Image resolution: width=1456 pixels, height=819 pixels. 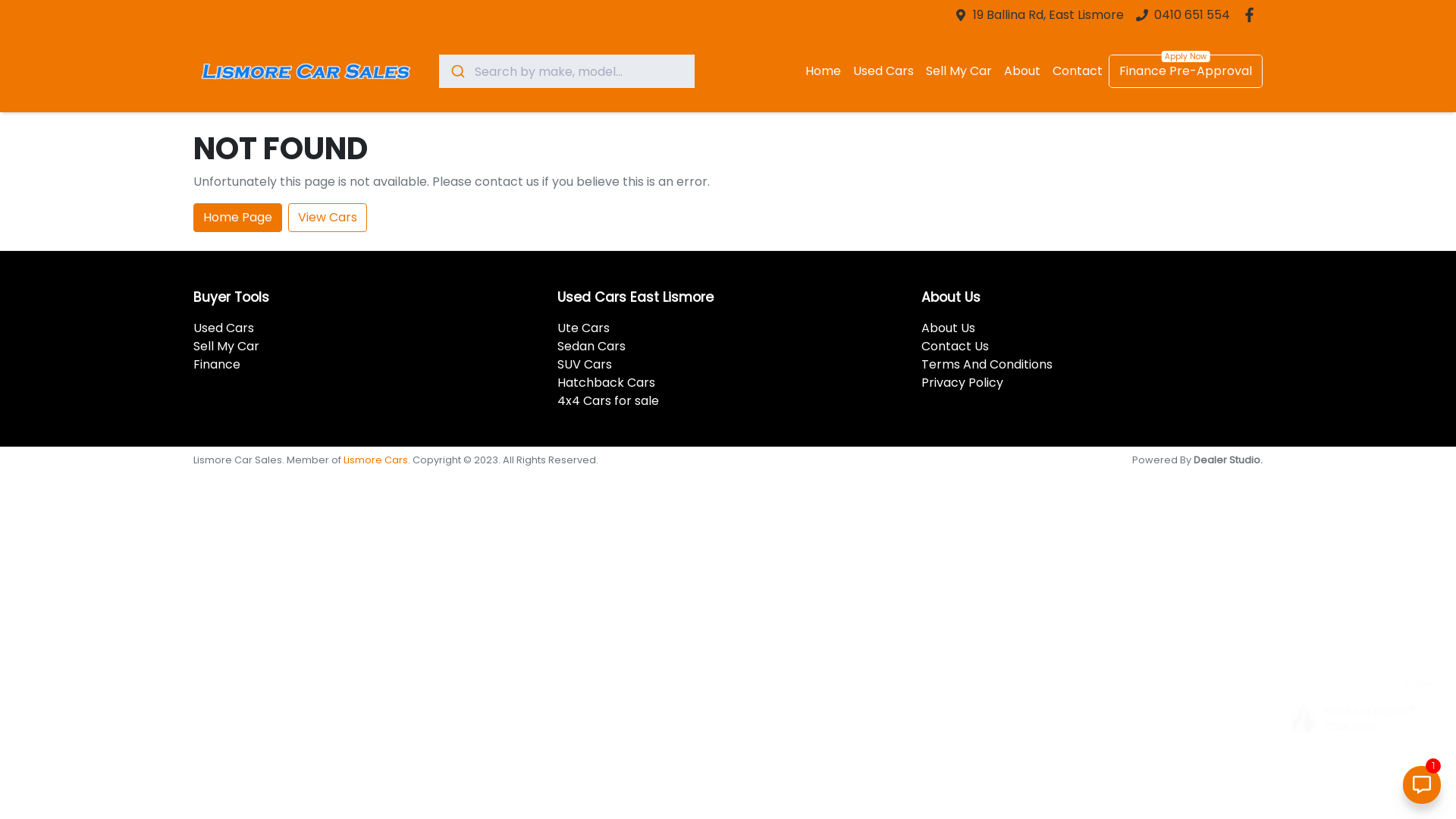 I want to click on 'Dealer Studio.', so click(x=1228, y=459).